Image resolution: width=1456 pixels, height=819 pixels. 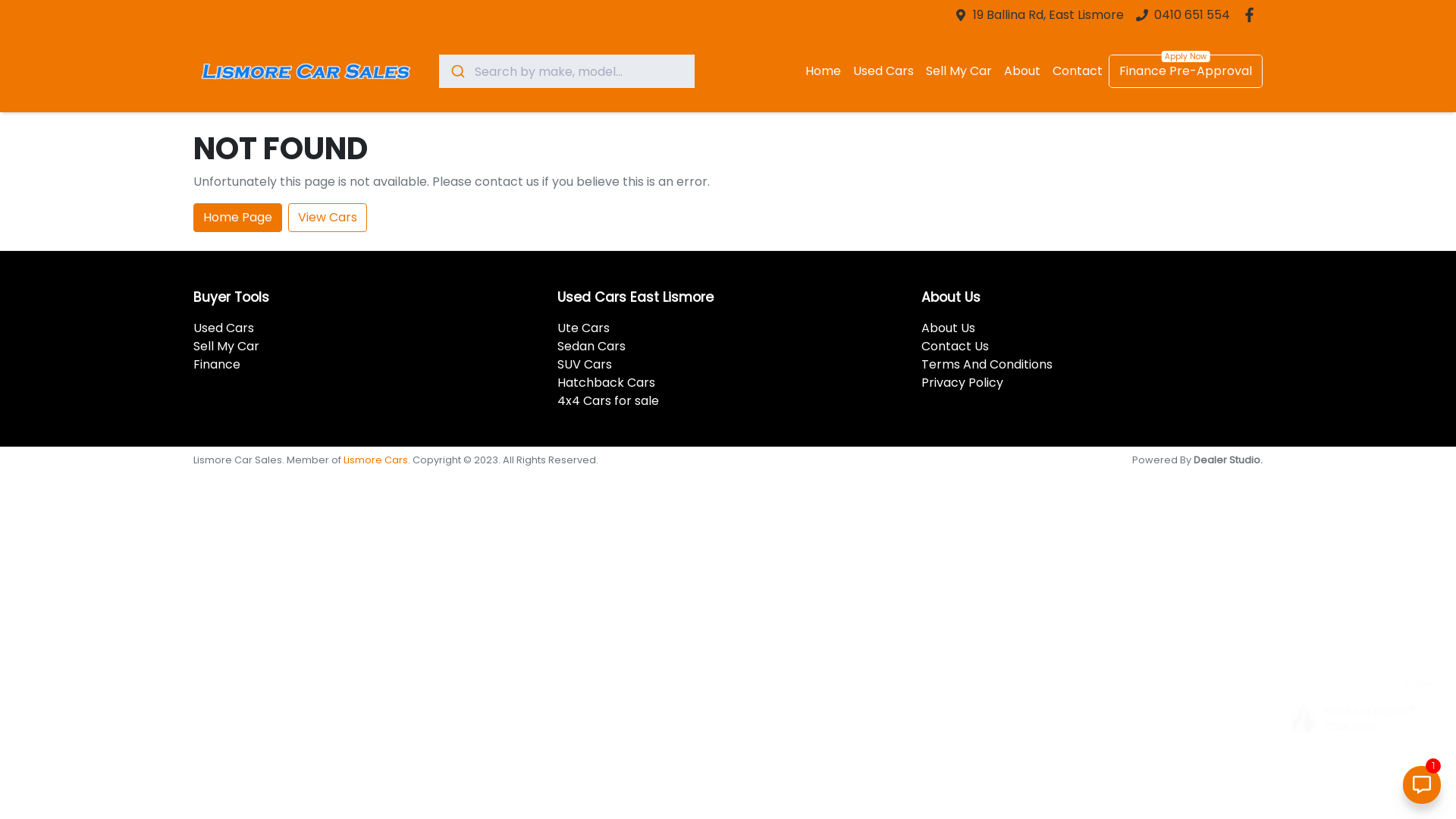 I want to click on 'Dealer Studio.', so click(x=1228, y=459).